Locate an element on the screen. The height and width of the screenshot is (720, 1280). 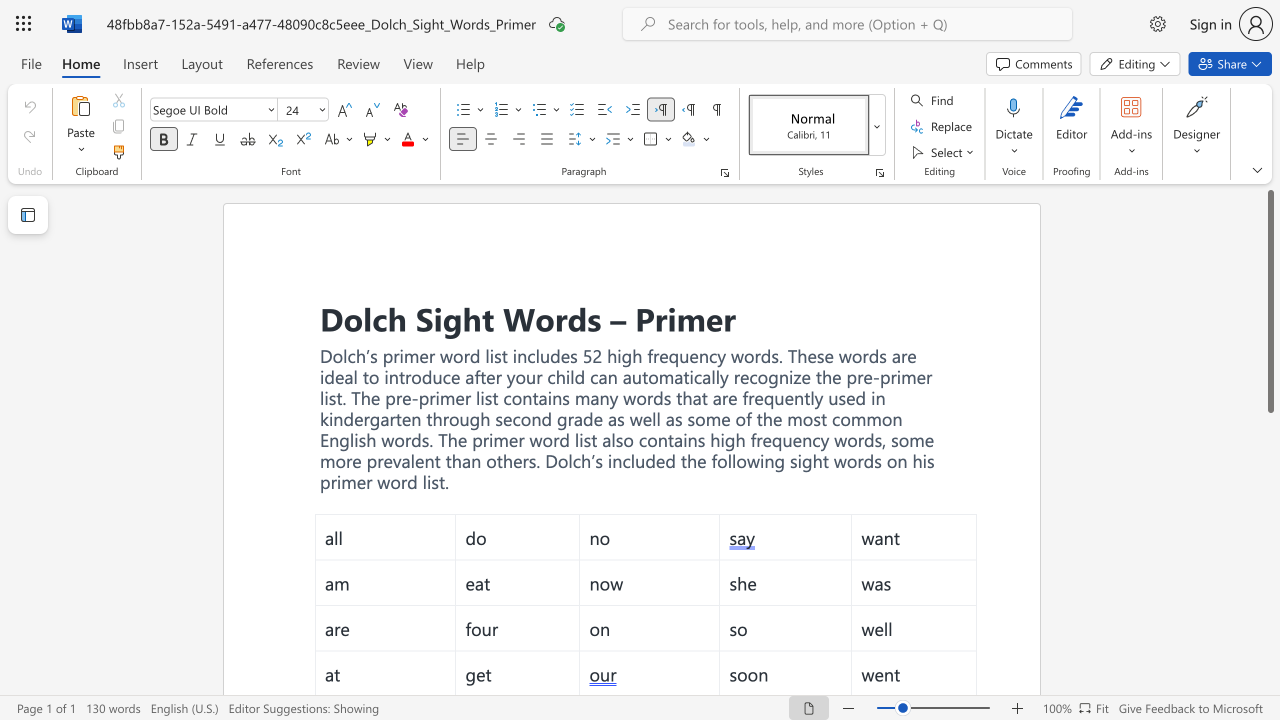
the 1th character "t" in the text is located at coordinates (488, 317).